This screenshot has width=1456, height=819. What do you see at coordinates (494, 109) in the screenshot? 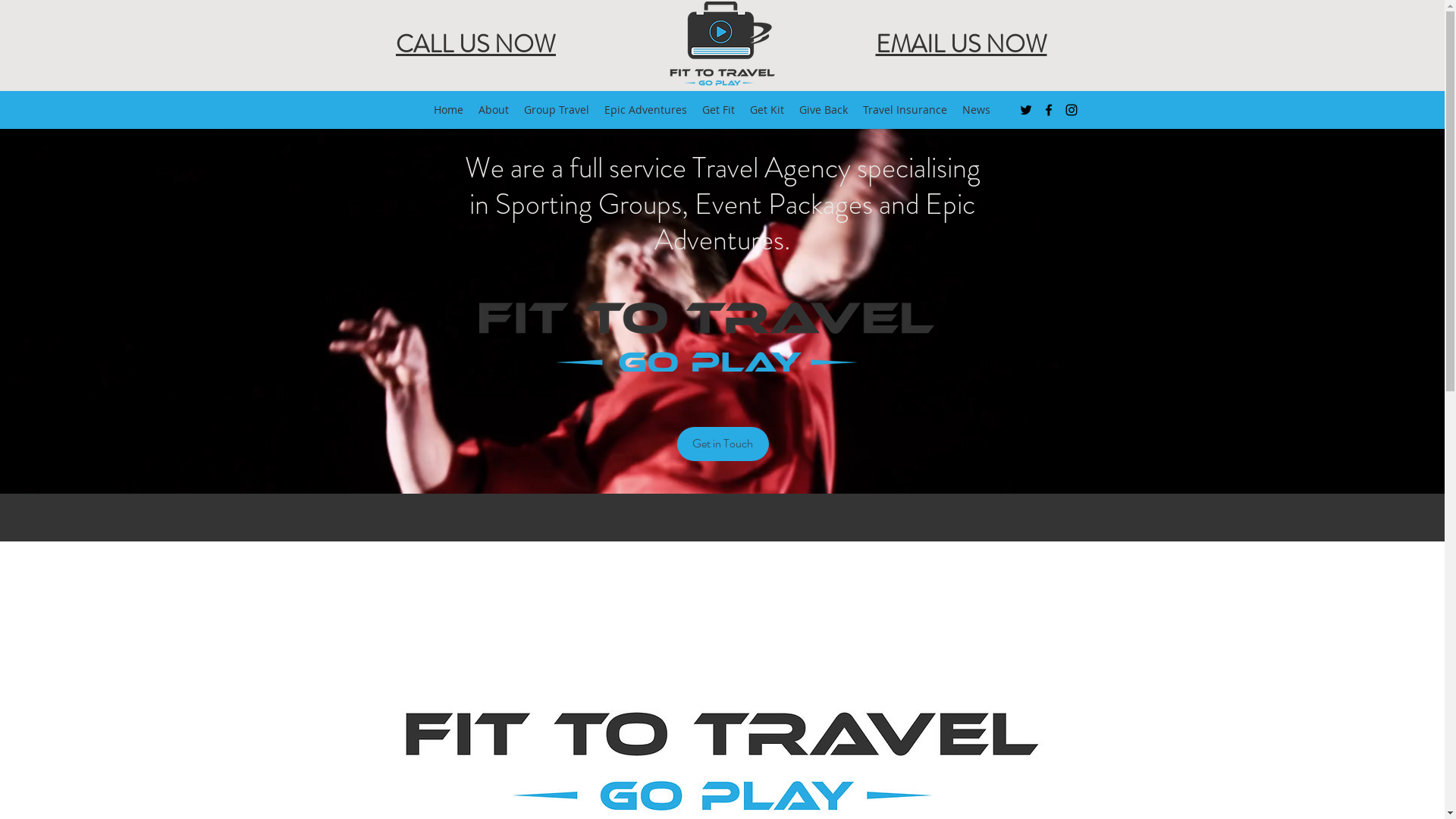
I see `'About'` at bounding box center [494, 109].